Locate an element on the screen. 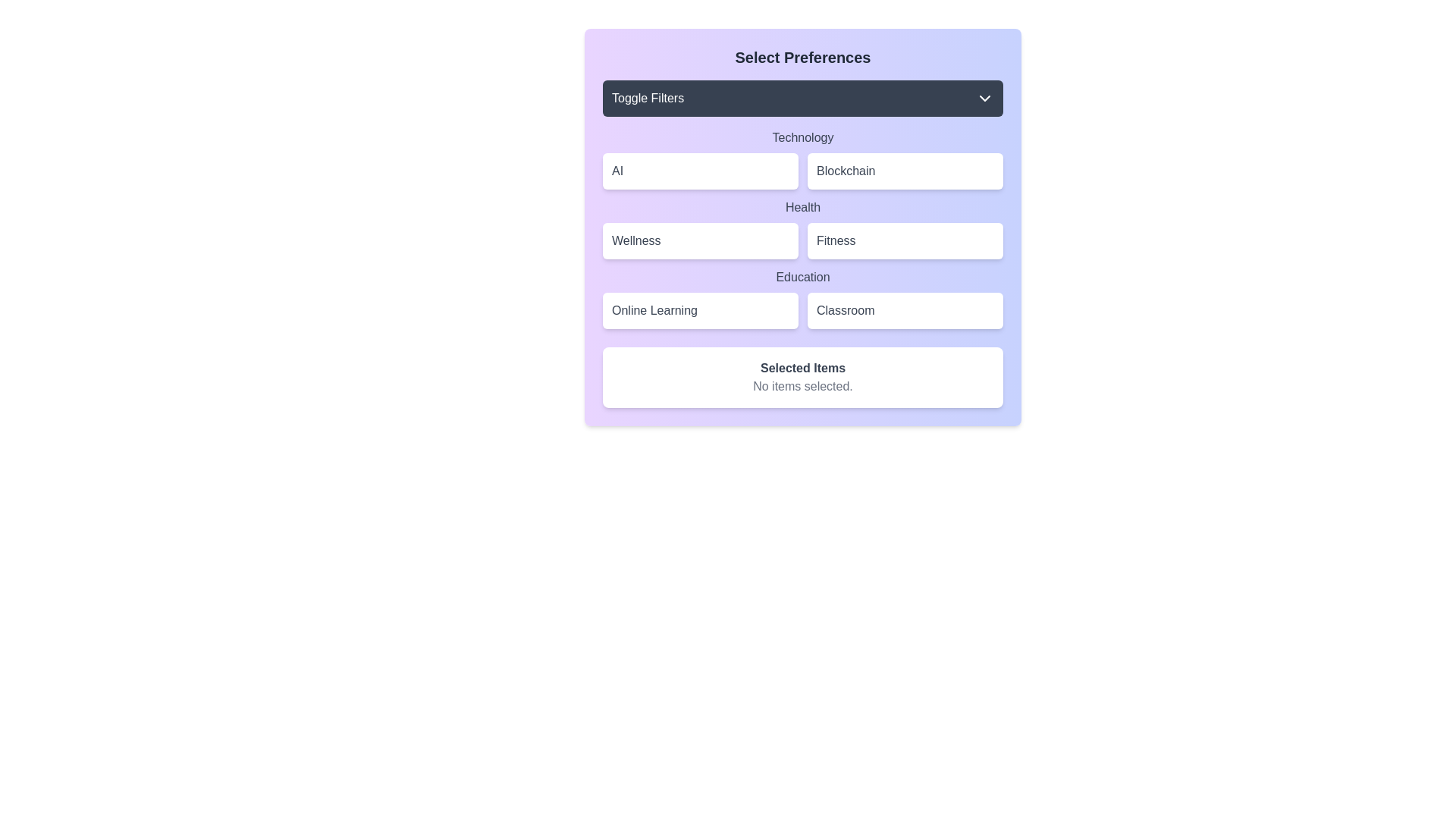  the 'Online Learning' button, which is a rectangular button with rounded corners and a white background is located at coordinates (700, 309).